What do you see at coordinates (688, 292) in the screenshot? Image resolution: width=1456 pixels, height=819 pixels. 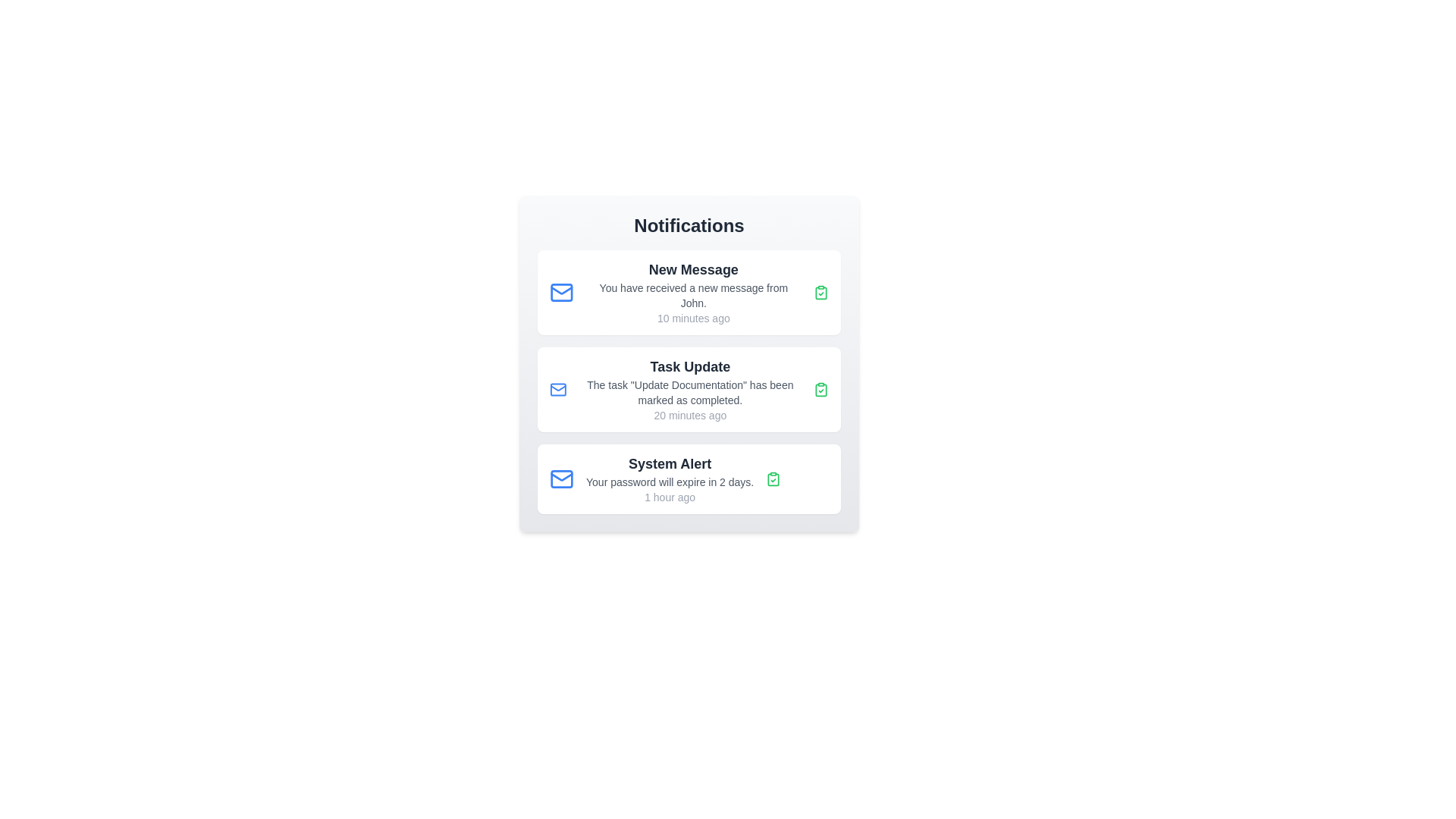 I see `the notification with title New Message` at bounding box center [688, 292].